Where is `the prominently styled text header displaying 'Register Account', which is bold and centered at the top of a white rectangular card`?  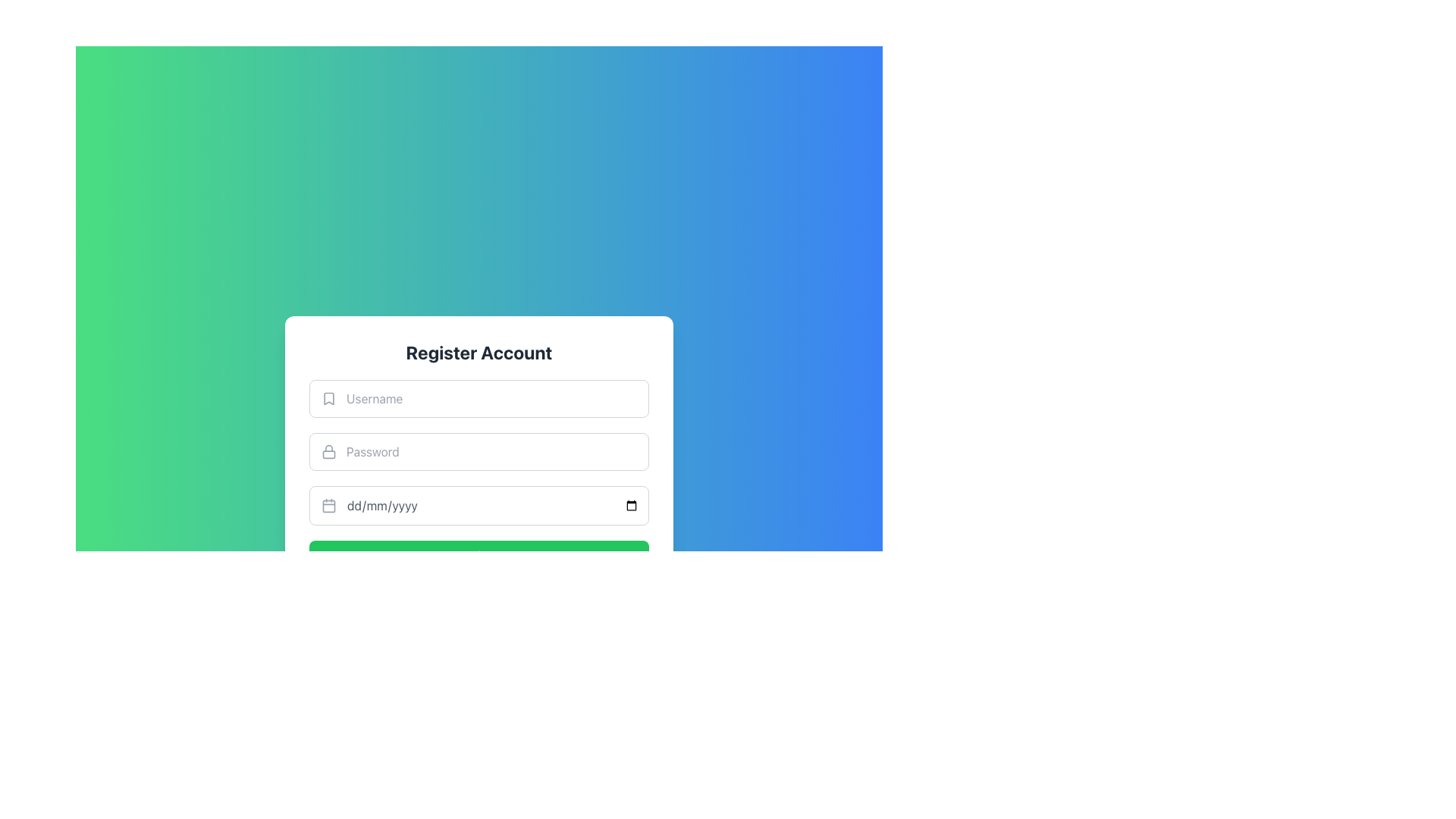
the prominently styled text header displaying 'Register Account', which is bold and centered at the top of a white rectangular card is located at coordinates (479, 353).